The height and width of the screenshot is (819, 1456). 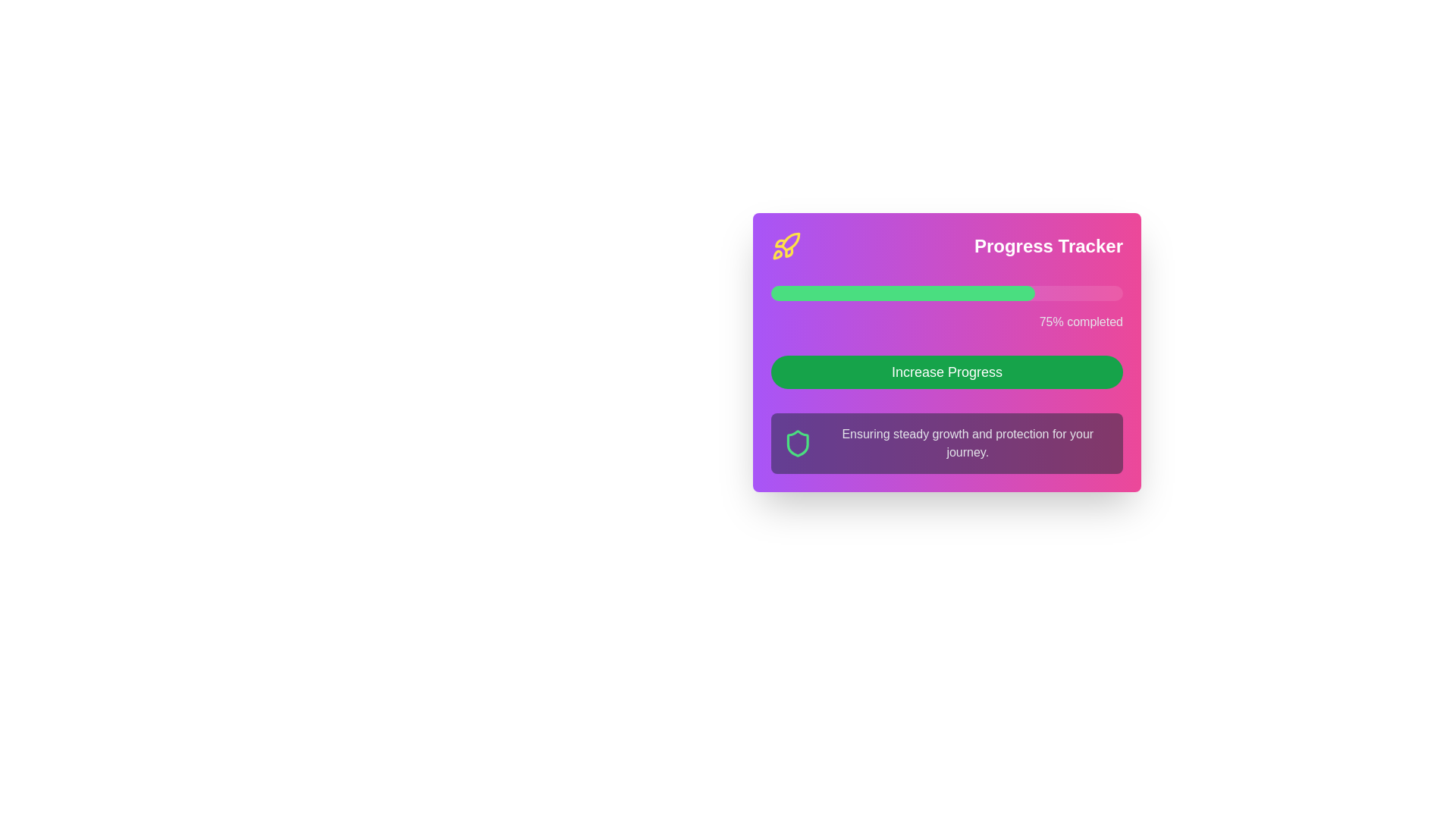 What do you see at coordinates (902, 293) in the screenshot?
I see `the filled section of the progress bar in the Progress Tracker, which is a horizontal green bar styled with rounded ends, indicating 75% progress achieved` at bounding box center [902, 293].